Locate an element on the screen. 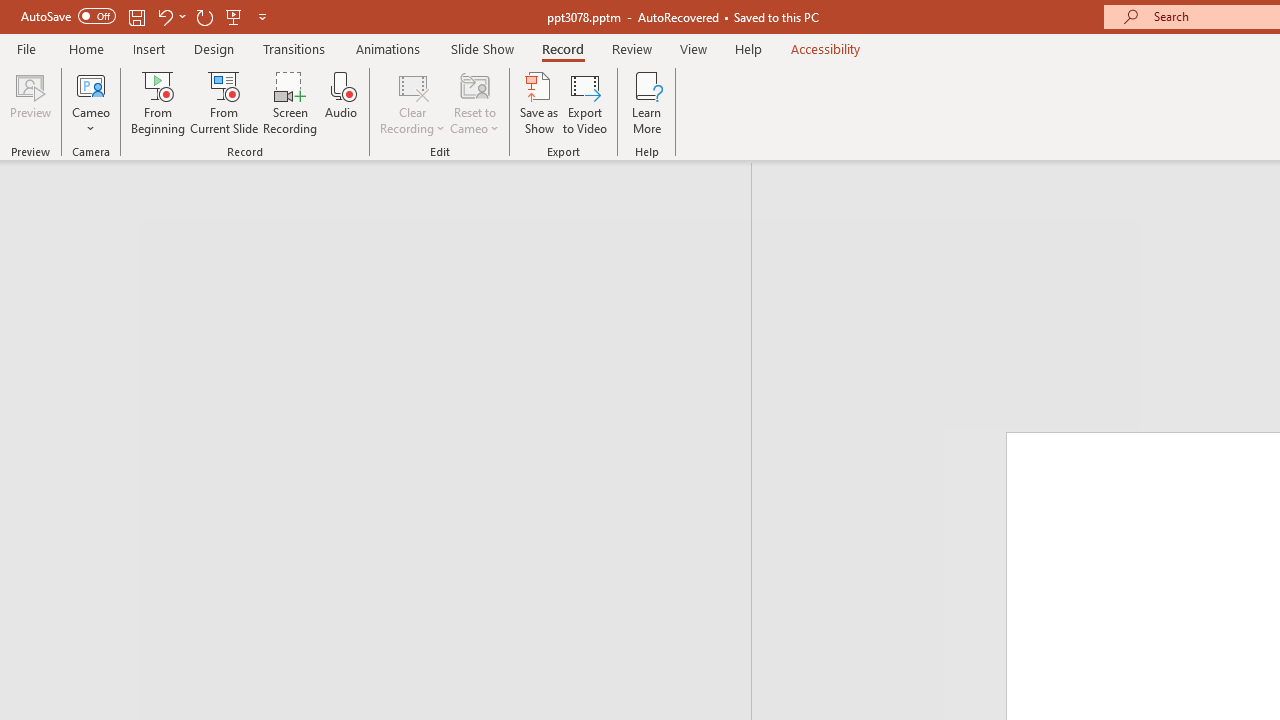 This screenshot has width=1280, height=720. 'Review' is located at coordinates (630, 48).